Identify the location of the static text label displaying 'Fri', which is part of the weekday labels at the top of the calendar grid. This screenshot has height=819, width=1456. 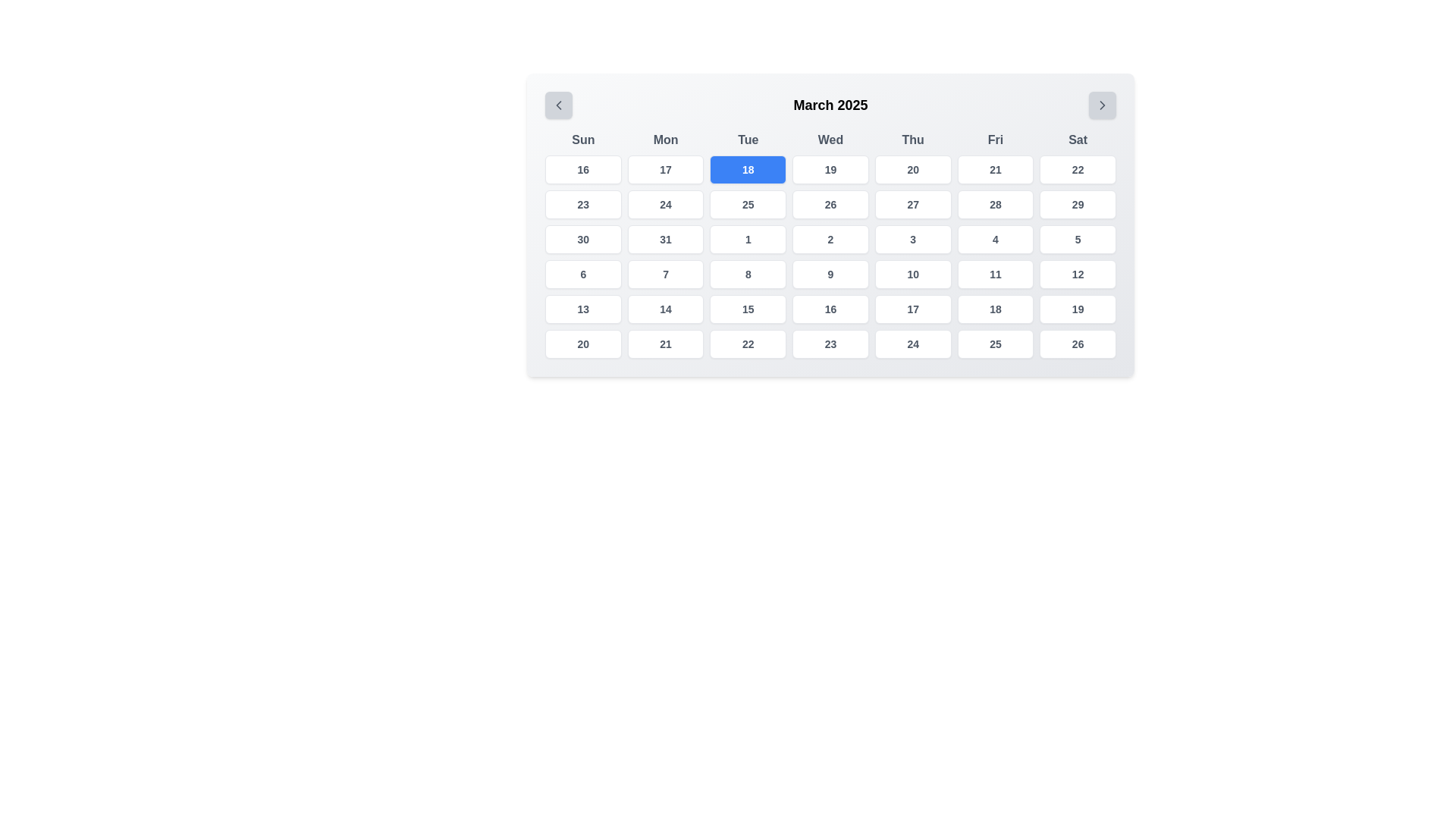
(995, 140).